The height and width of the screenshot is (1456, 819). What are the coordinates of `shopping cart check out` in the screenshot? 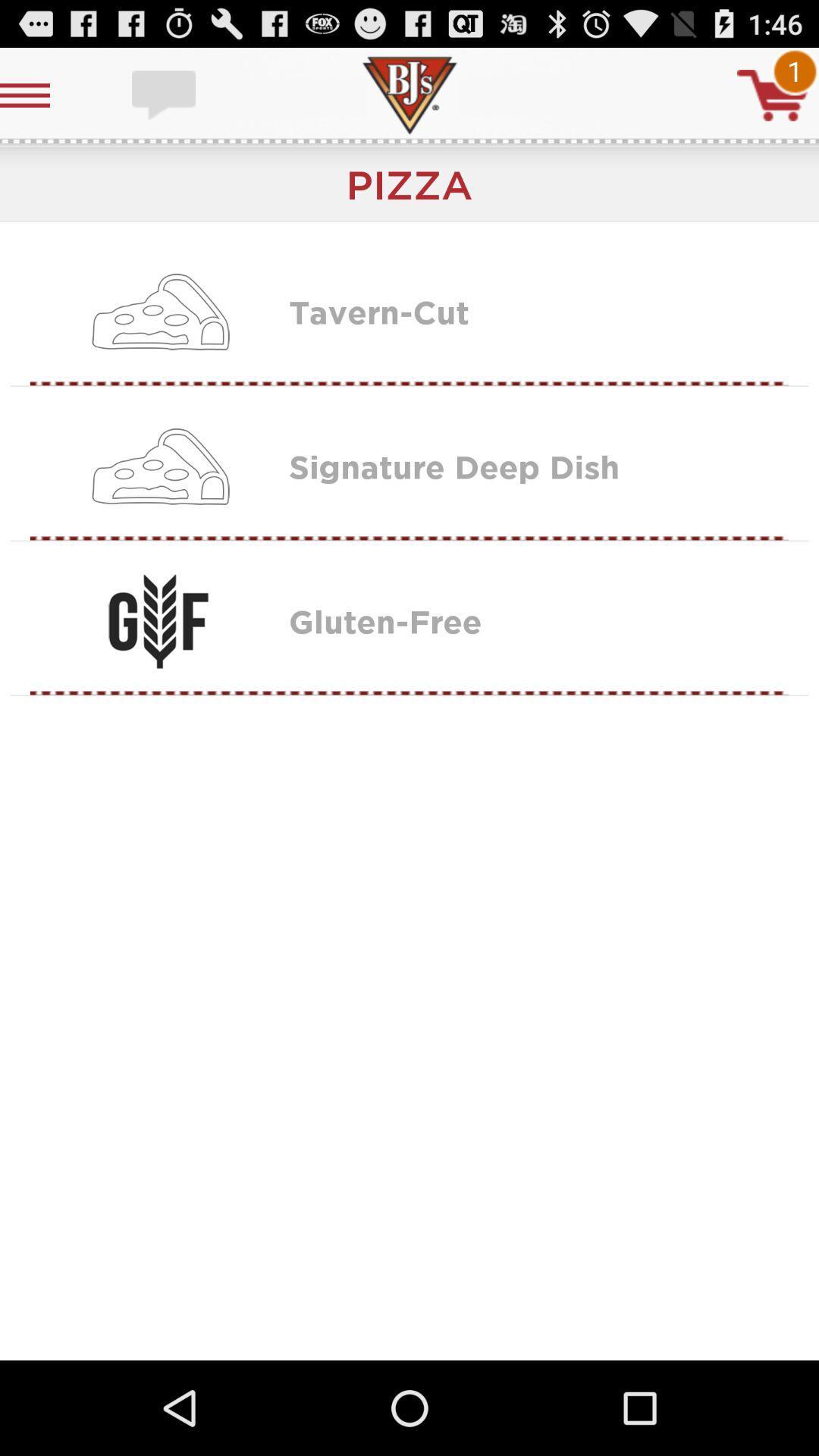 It's located at (773, 94).